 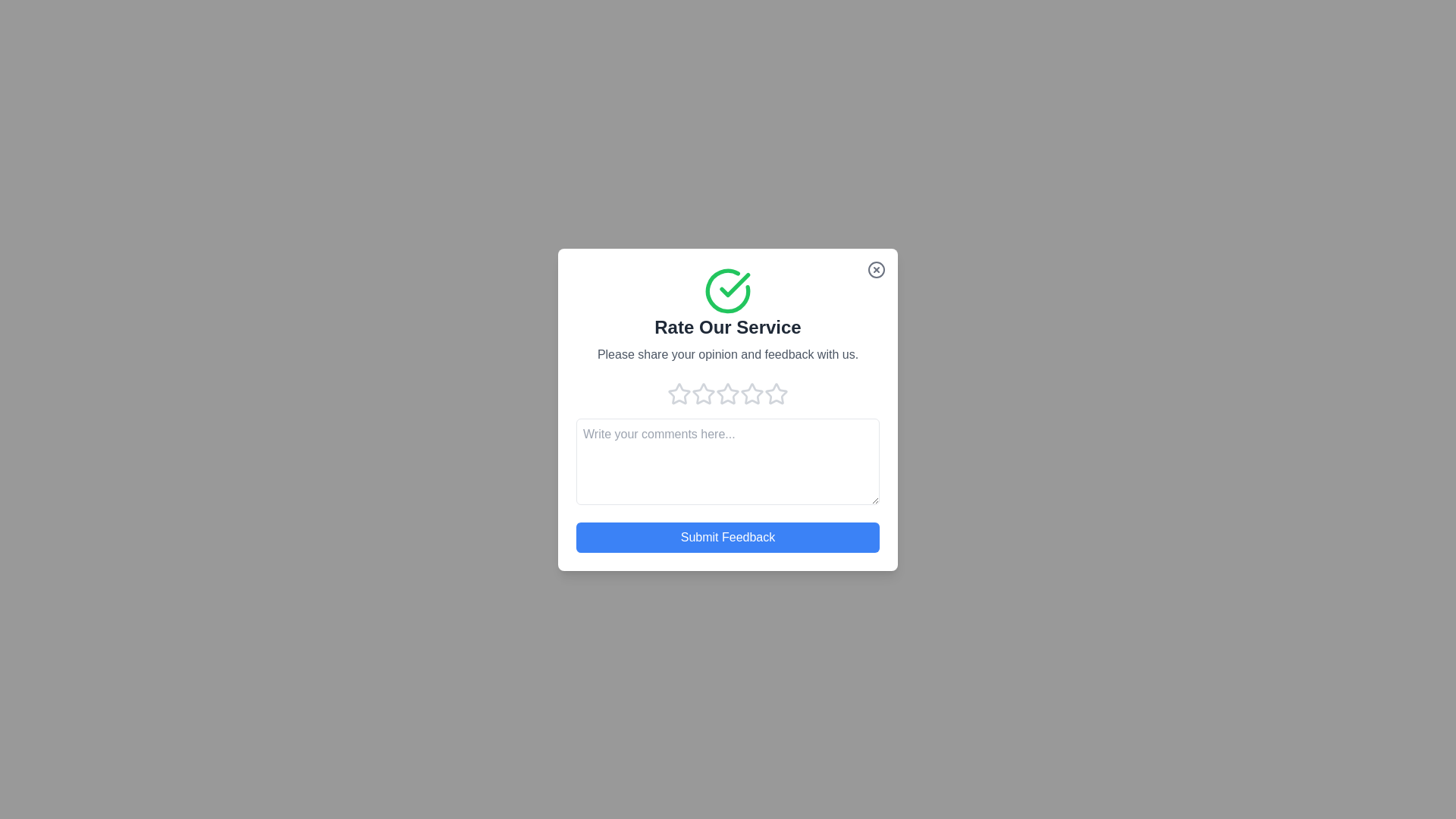 I want to click on the rating to 2 stars by clicking on the corresponding star, so click(x=702, y=393).